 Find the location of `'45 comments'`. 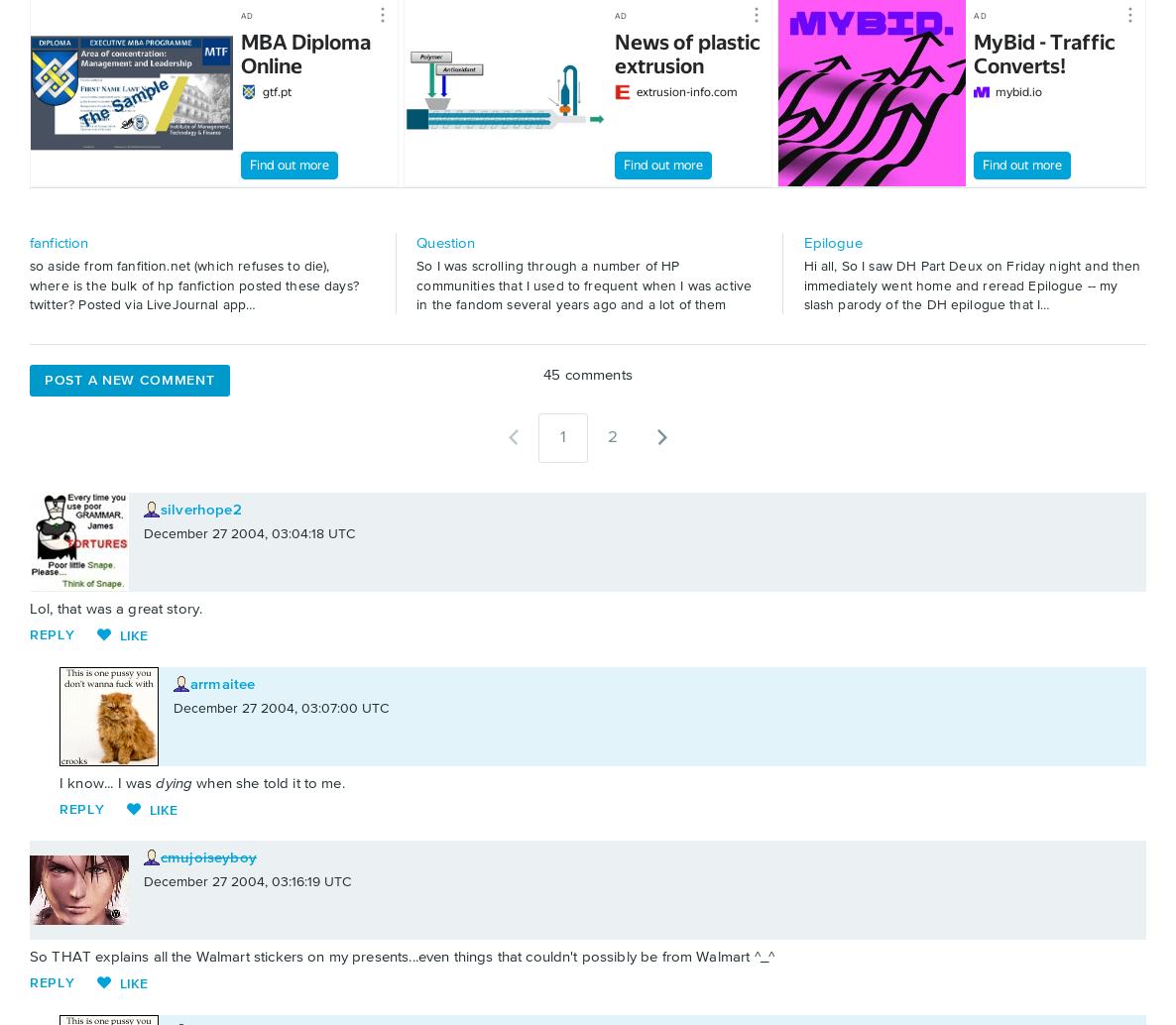

'45 comments' is located at coordinates (587, 373).